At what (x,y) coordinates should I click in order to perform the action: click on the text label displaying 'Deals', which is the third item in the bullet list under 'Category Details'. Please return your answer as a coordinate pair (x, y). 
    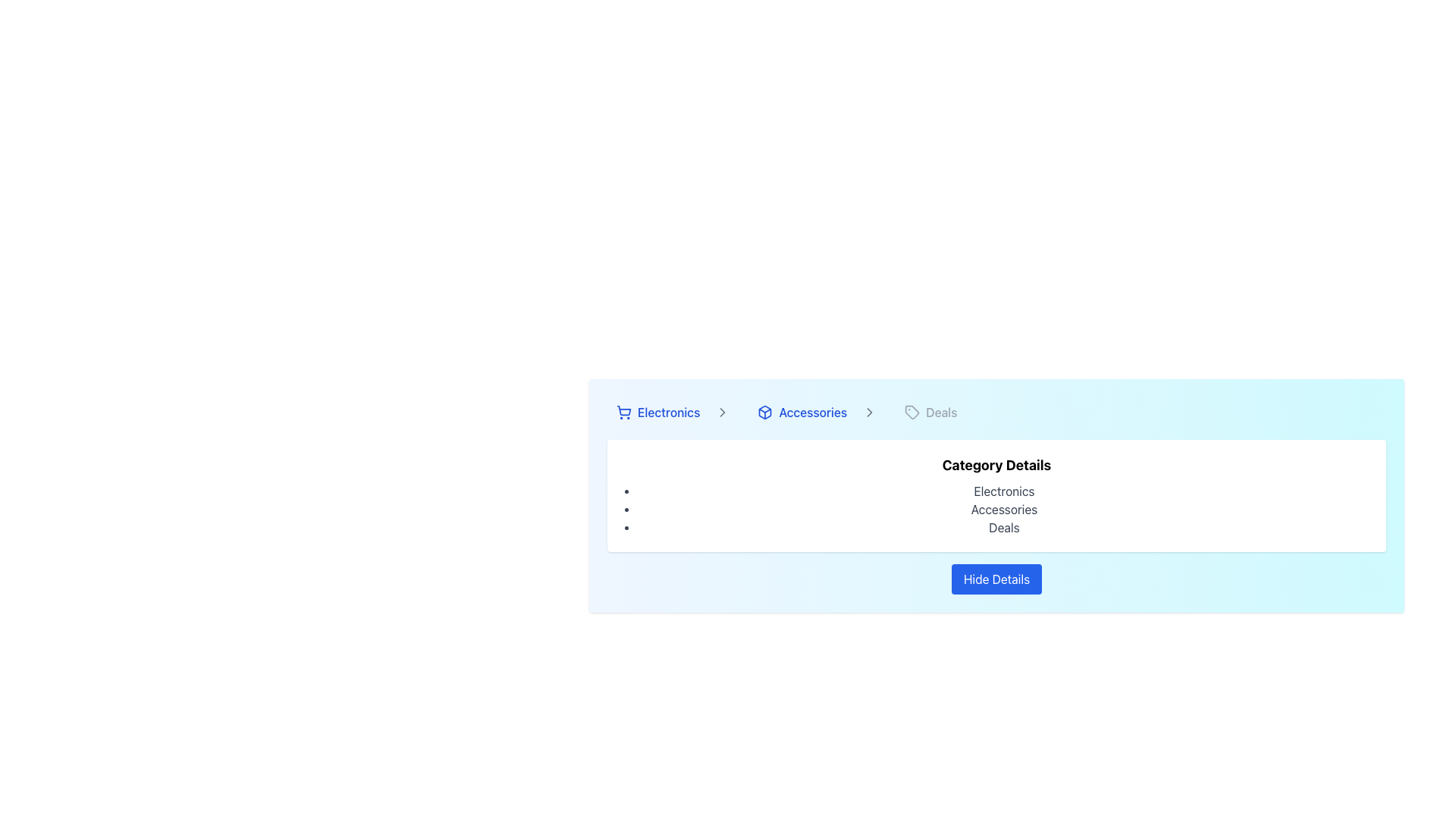
    Looking at the image, I should click on (1004, 526).